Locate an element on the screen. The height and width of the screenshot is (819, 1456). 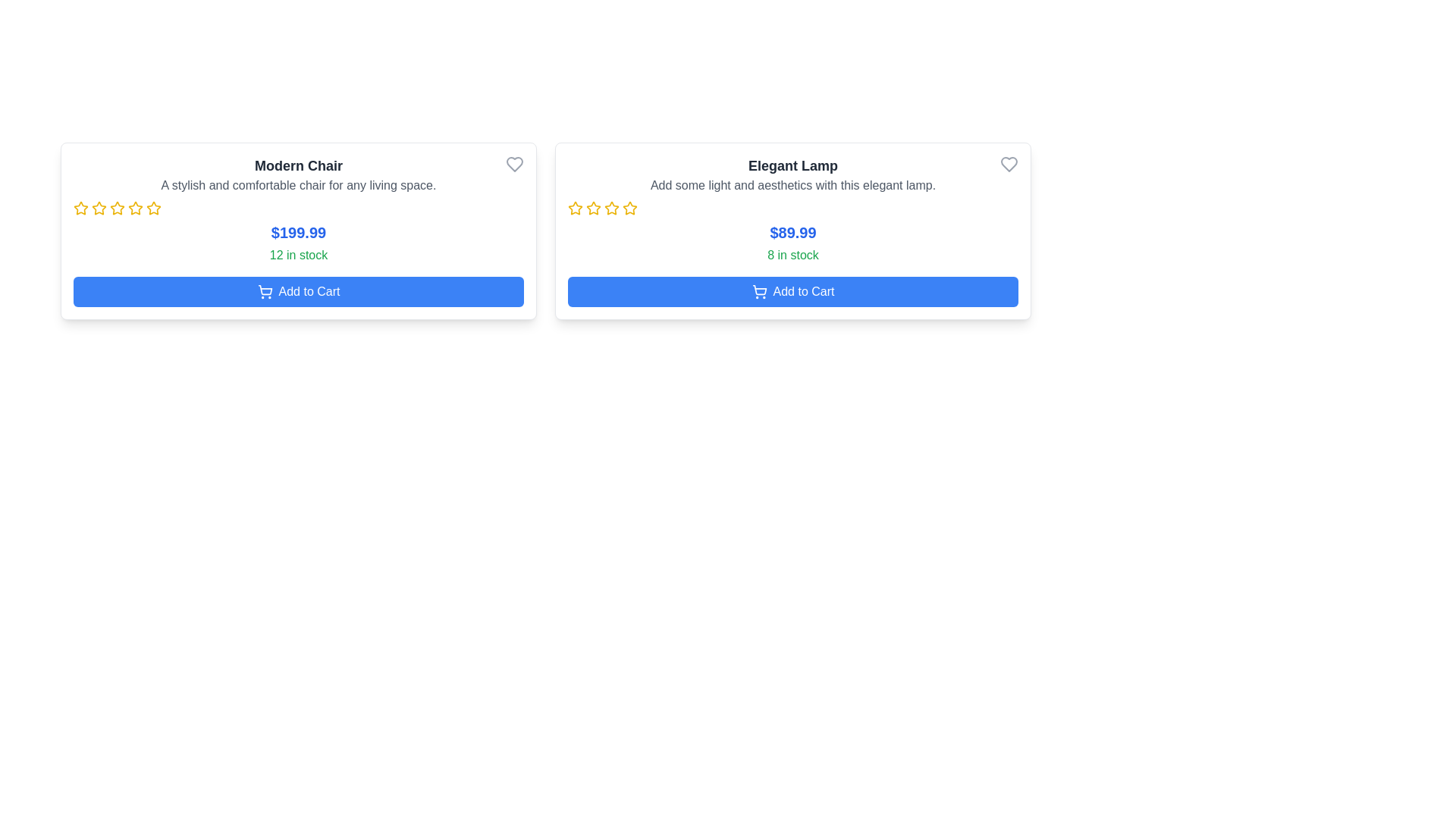
stock availability information displayed in the text label located beneath the price of the product card titled 'Modern Chair' is located at coordinates (298, 254).